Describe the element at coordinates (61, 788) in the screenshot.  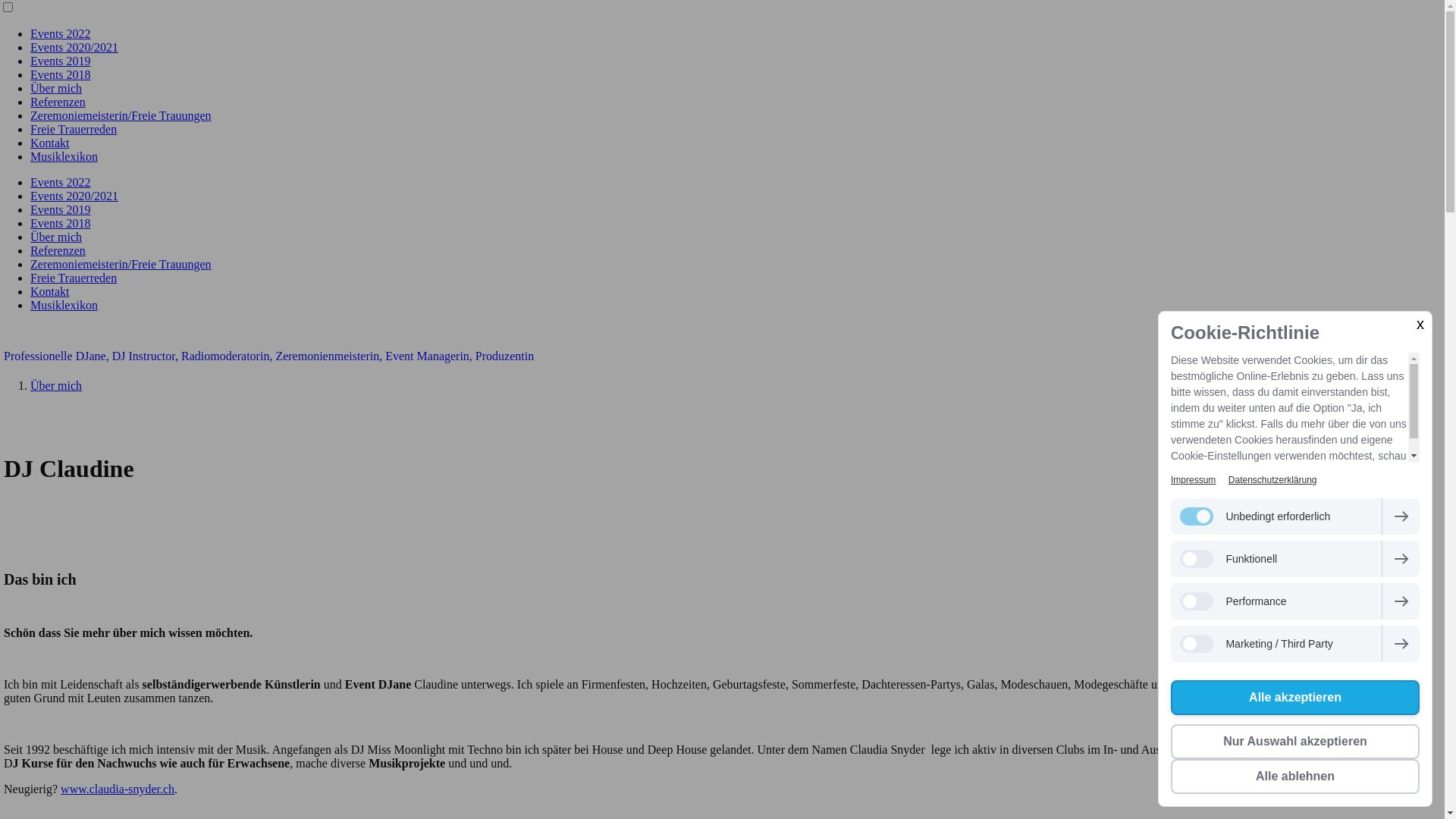
I see `'www.claudia-snyder.ch'` at that location.